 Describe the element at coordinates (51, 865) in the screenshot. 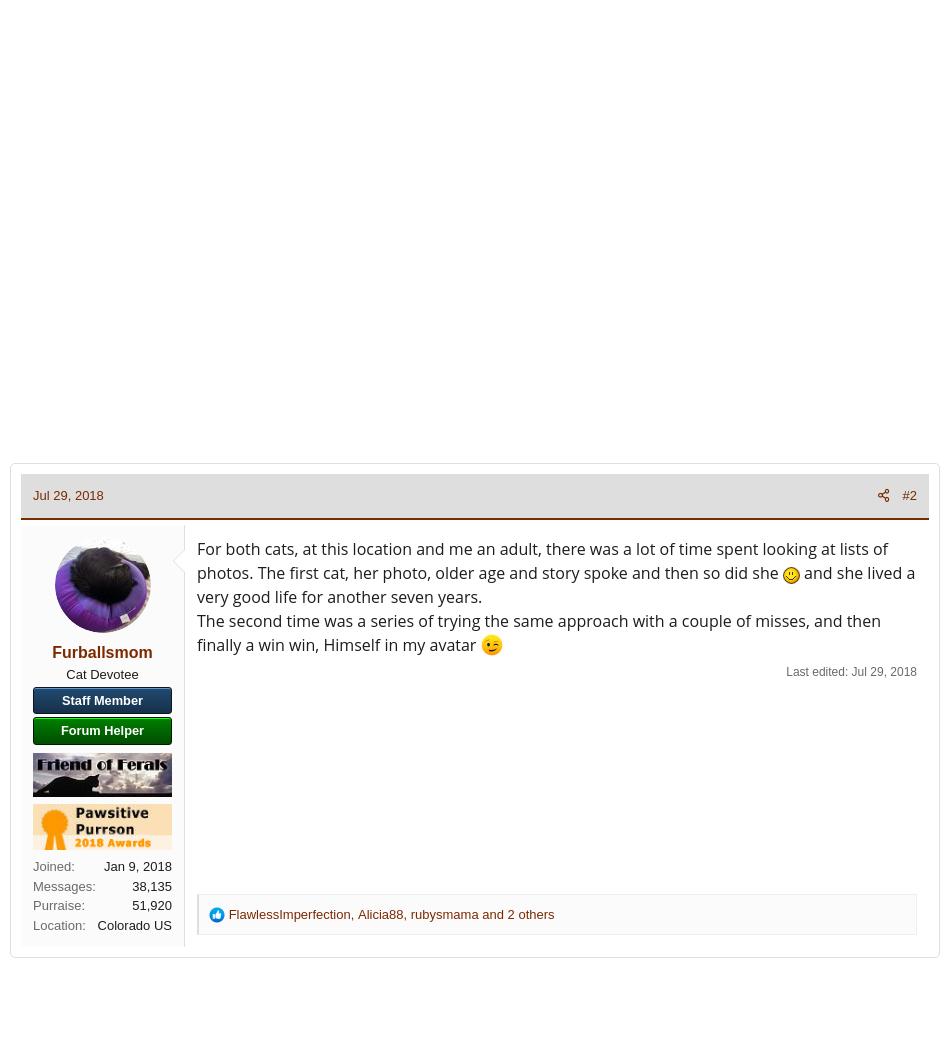

I see `'Joined'` at that location.